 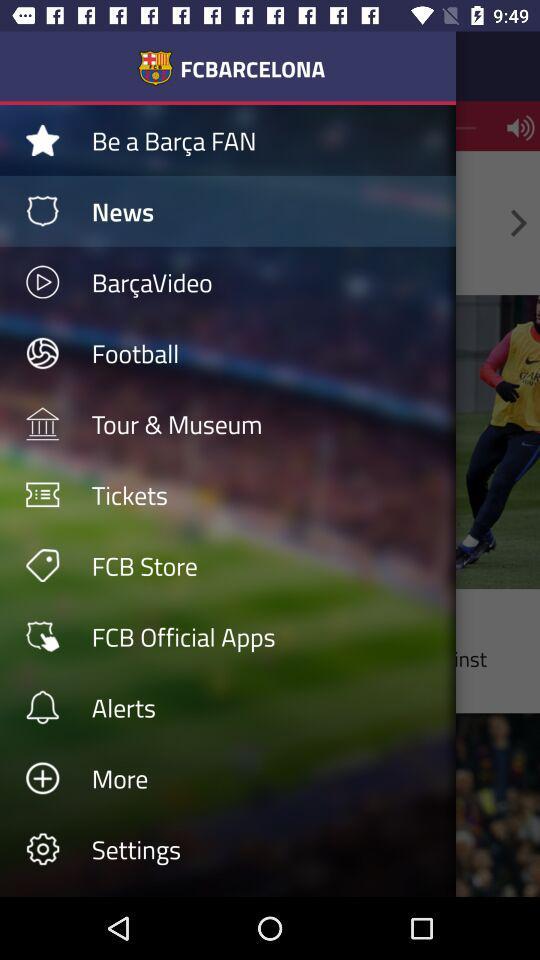 I want to click on the star icon, so click(x=26, y=127).